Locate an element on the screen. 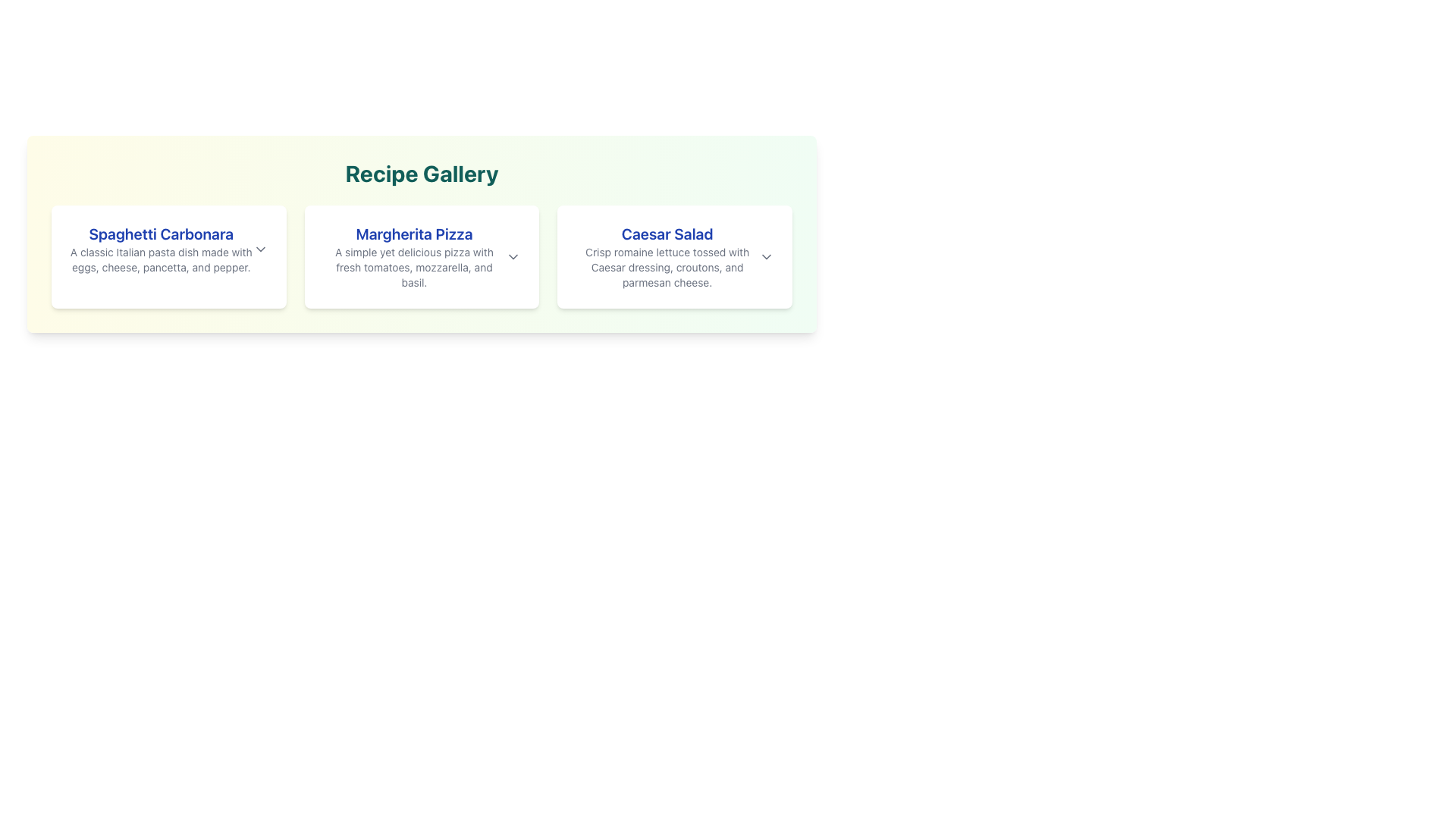 Image resolution: width=1456 pixels, height=819 pixels. descriptive text about the 'Margherita Pizza' recipe located in the lower text block of the middle card in a group of three horizontally aligned cards is located at coordinates (414, 267).